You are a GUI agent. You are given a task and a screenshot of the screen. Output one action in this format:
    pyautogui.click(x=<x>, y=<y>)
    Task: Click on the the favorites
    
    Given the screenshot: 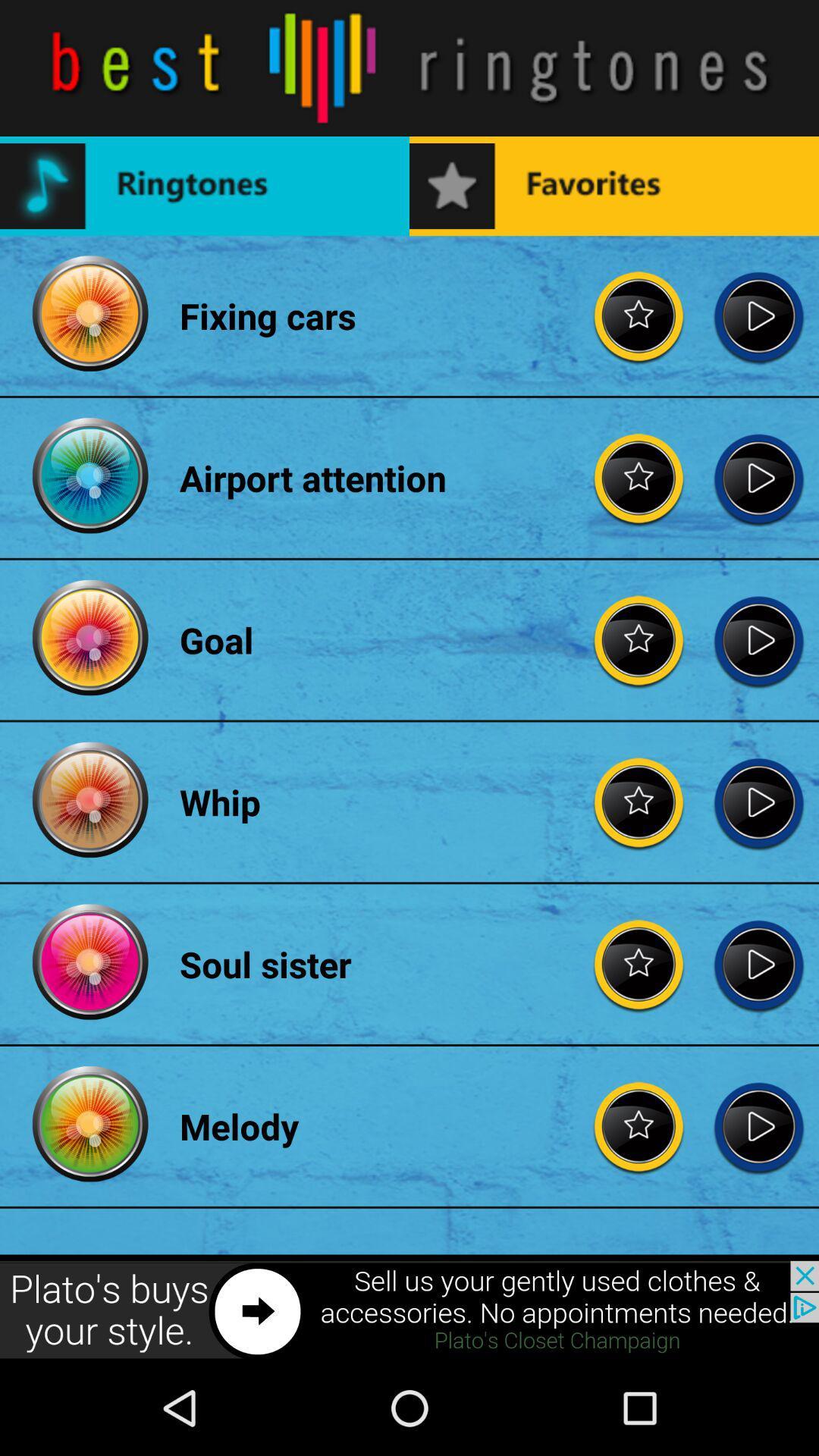 What is the action you would take?
    pyautogui.click(x=639, y=963)
    